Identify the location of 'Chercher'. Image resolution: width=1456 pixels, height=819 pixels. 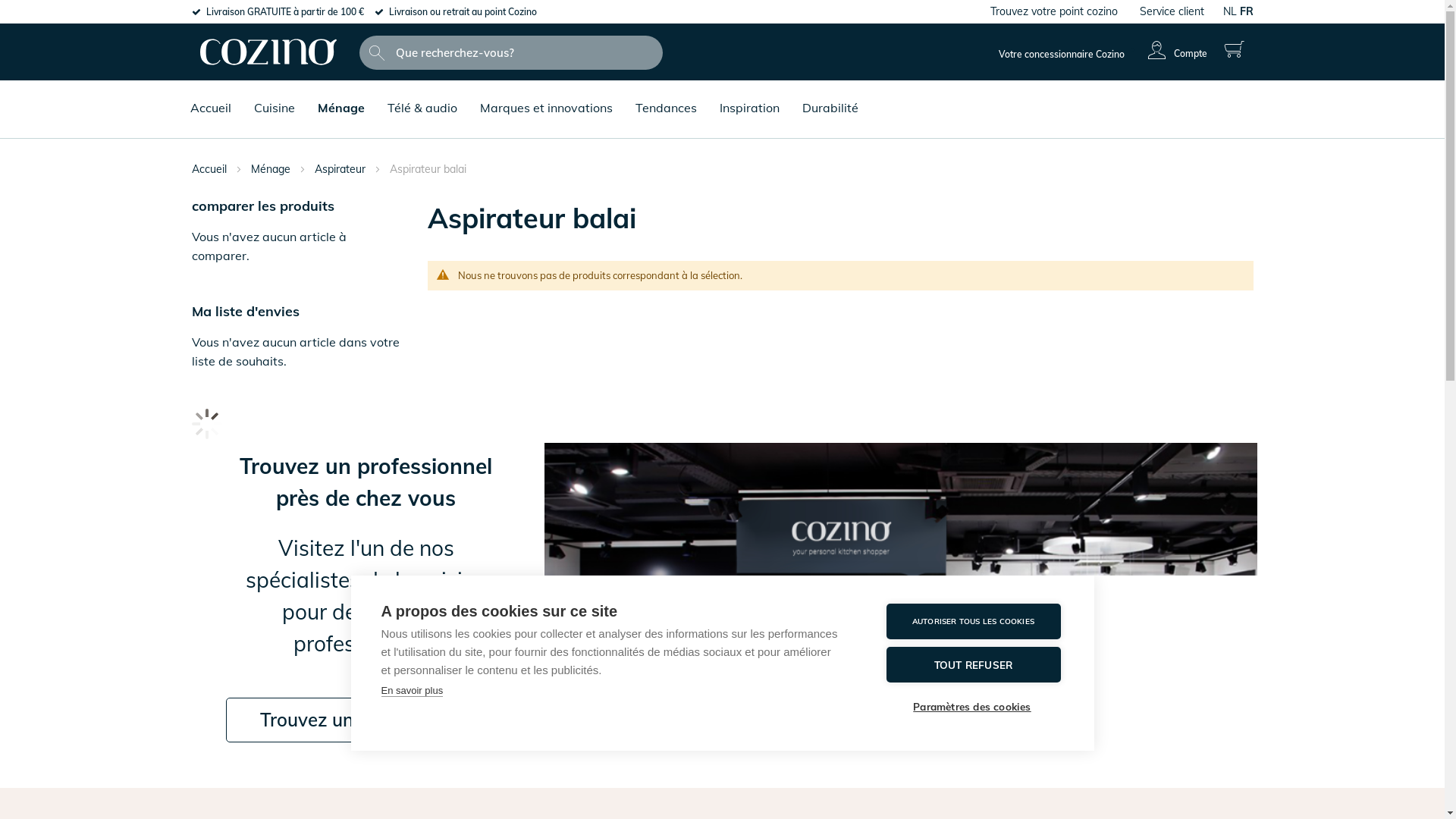
(362, 52).